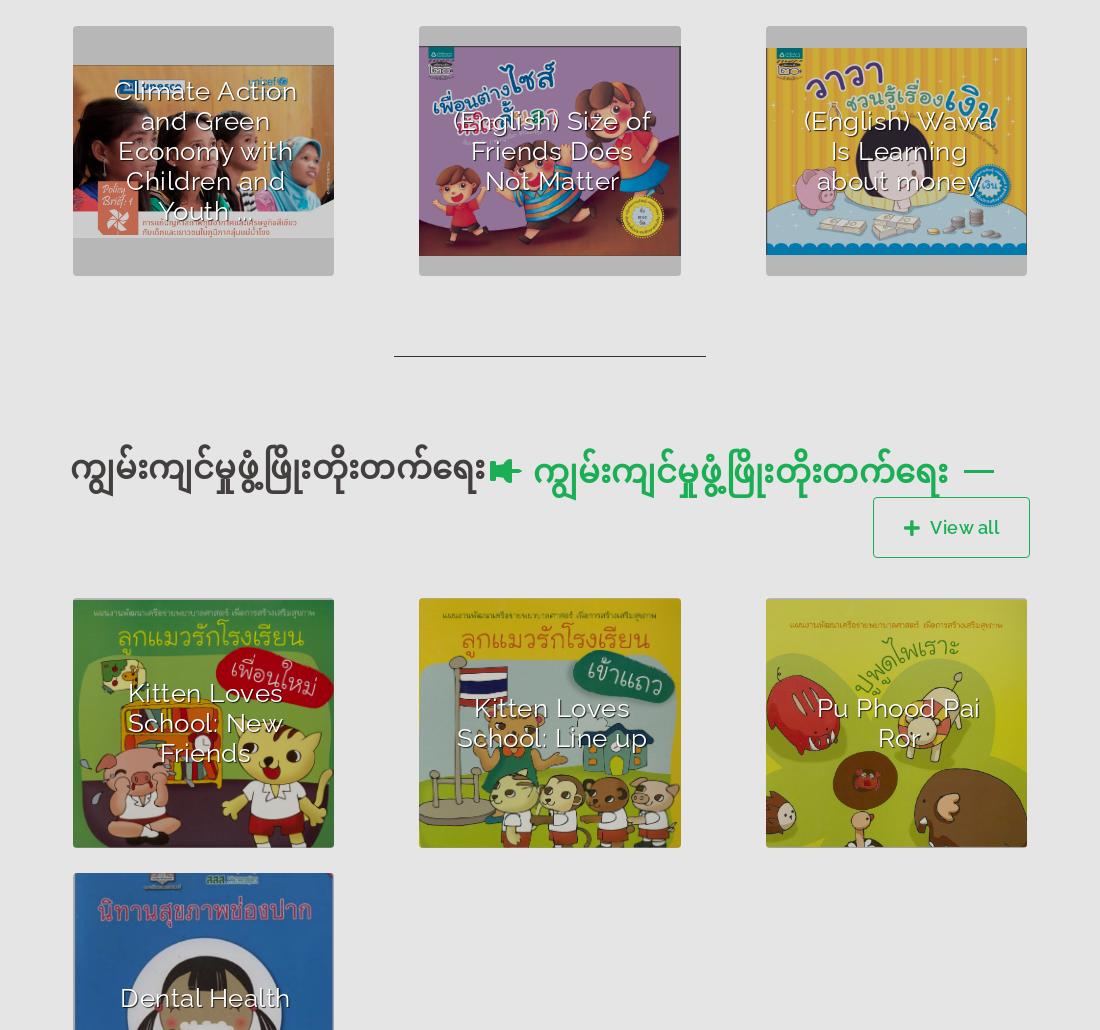 Image resolution: width=1100 pixels, height=1030 pixels. I want to click on 'Author :Winadda Thongplio', so click(165, 659).